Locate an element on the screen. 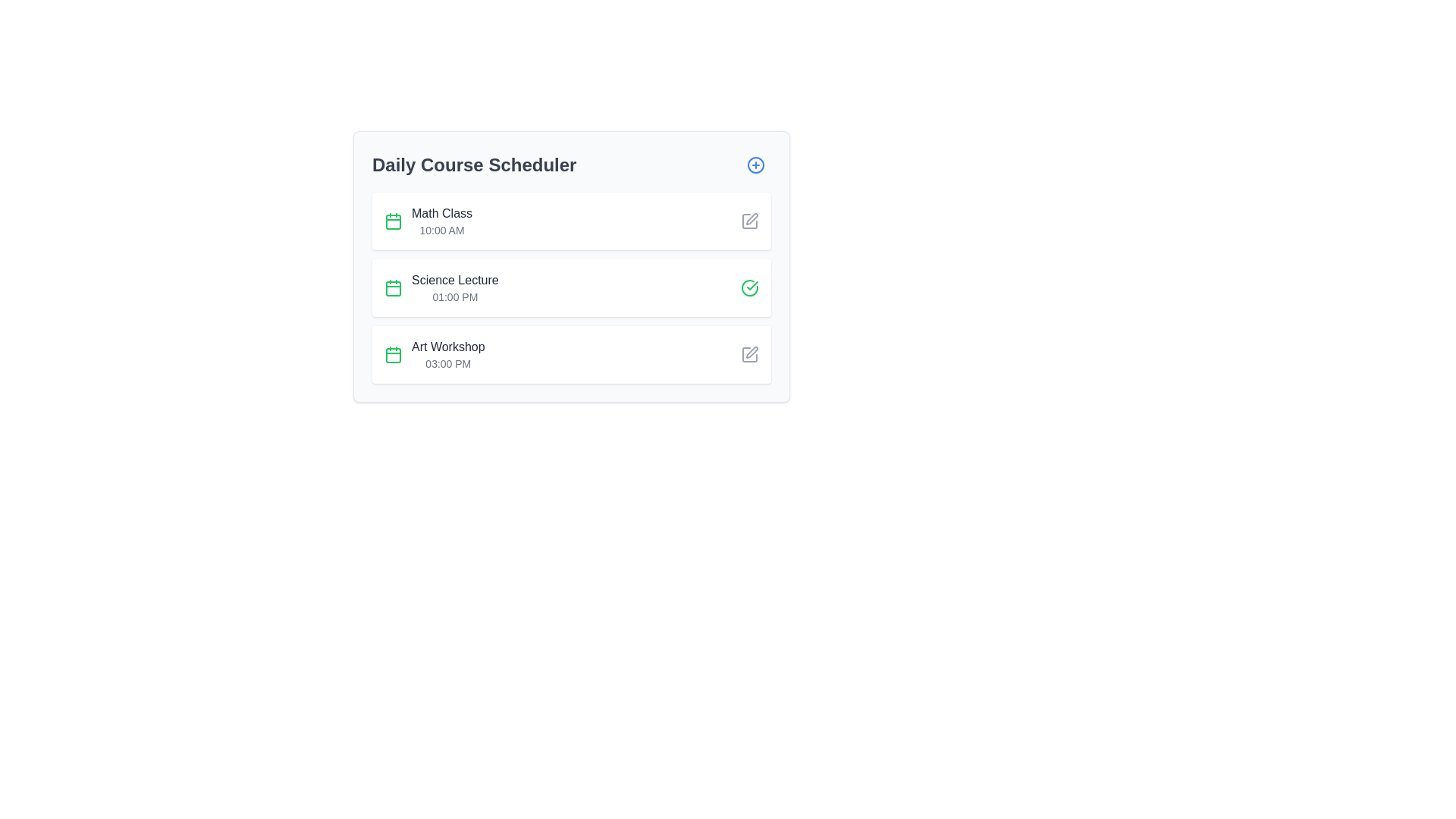 This screenshot has width=1456, height=819. the schedule entry row for the 'Art Workshop' at 03:00 PM, which is the third entry in the 'Daily Course Scheduler' list is located at coordinates (434, 354).